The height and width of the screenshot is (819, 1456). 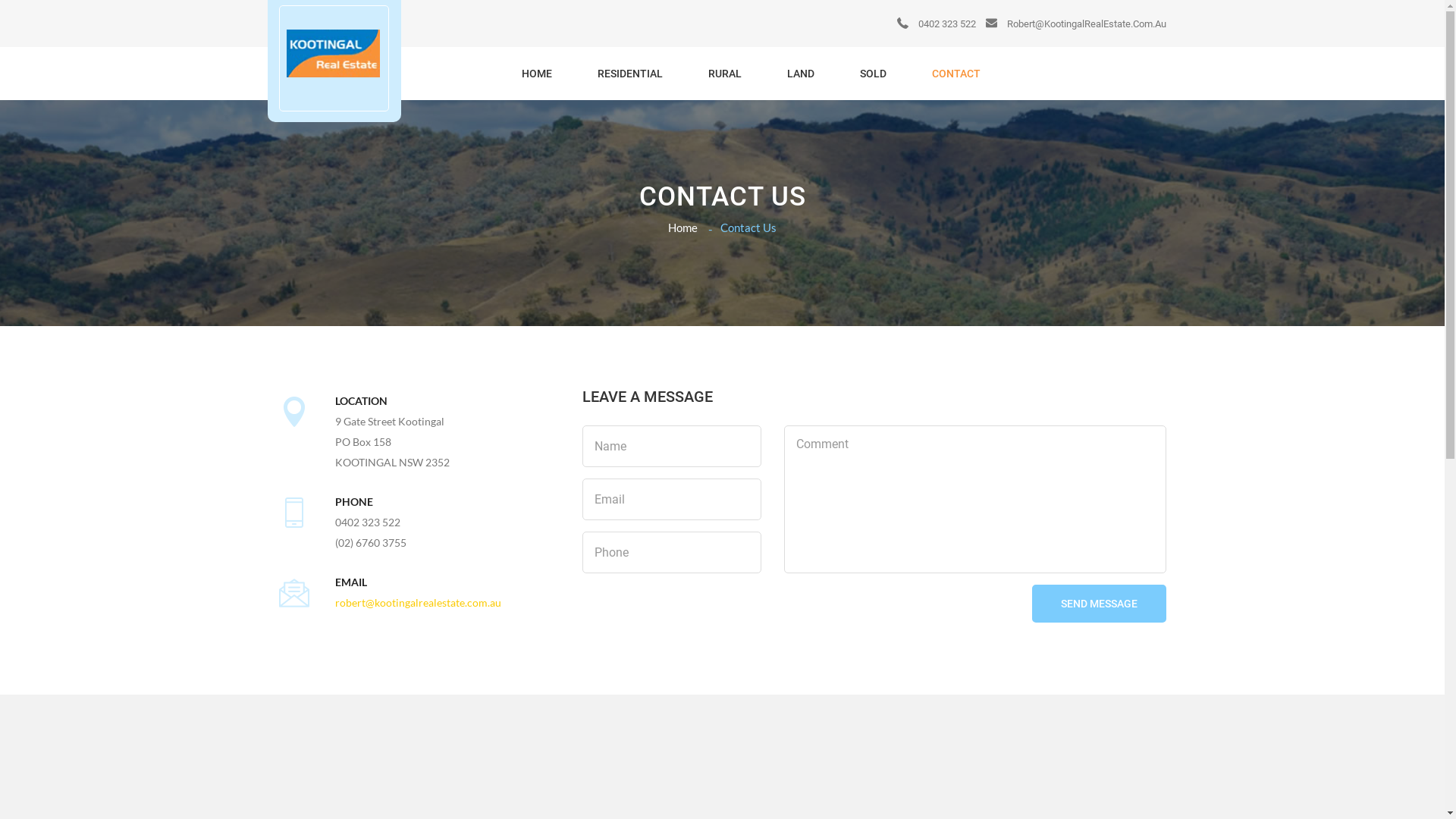 What do you see at coordinates (723, 73) in the screenshot?
I see `'RURAL'` at bounding box center [723, 73].